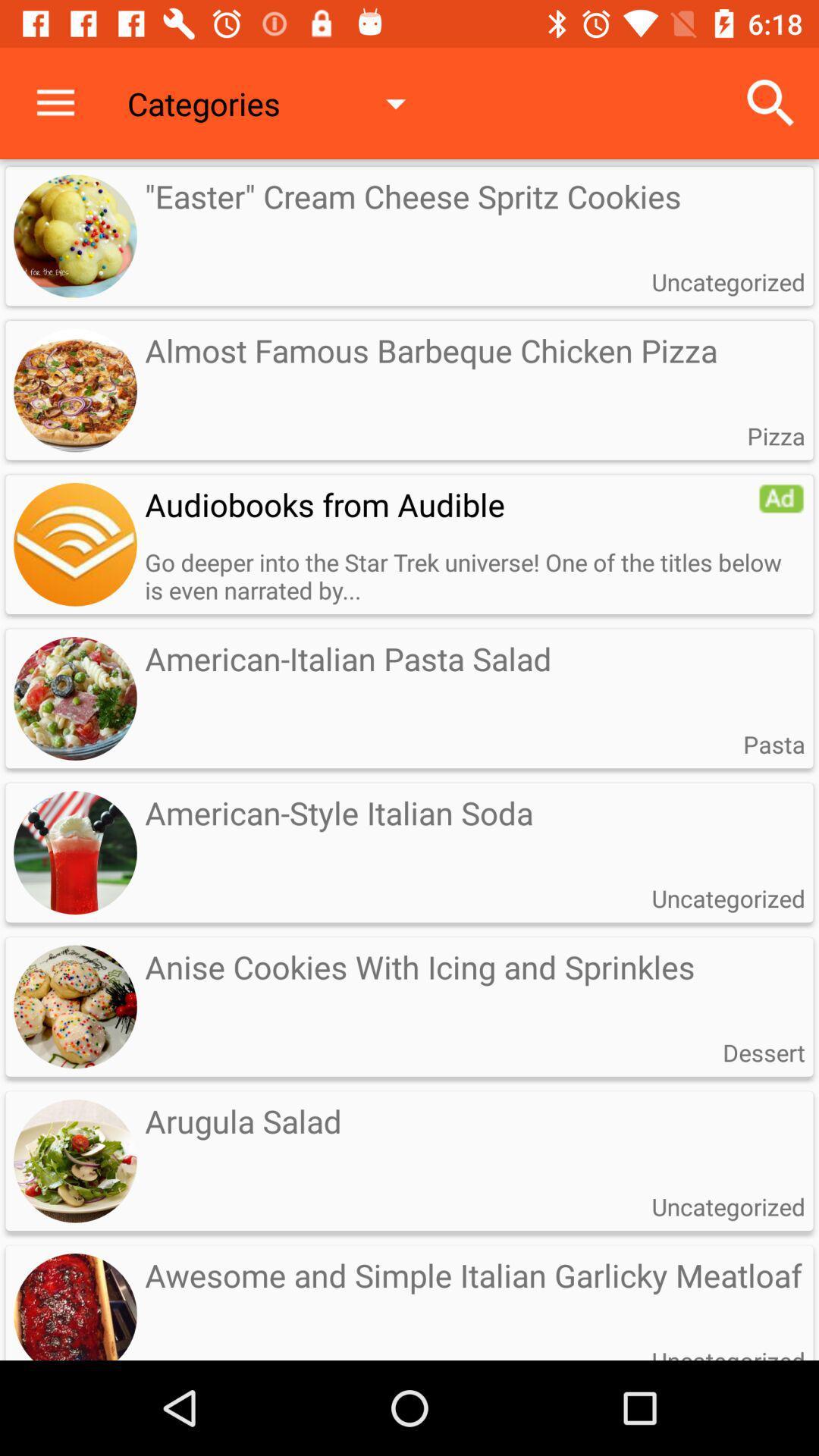  What do you see at coordinates (781, 498) in the screenshot?
I see `click advertisement` at bounding box center [781, 498].